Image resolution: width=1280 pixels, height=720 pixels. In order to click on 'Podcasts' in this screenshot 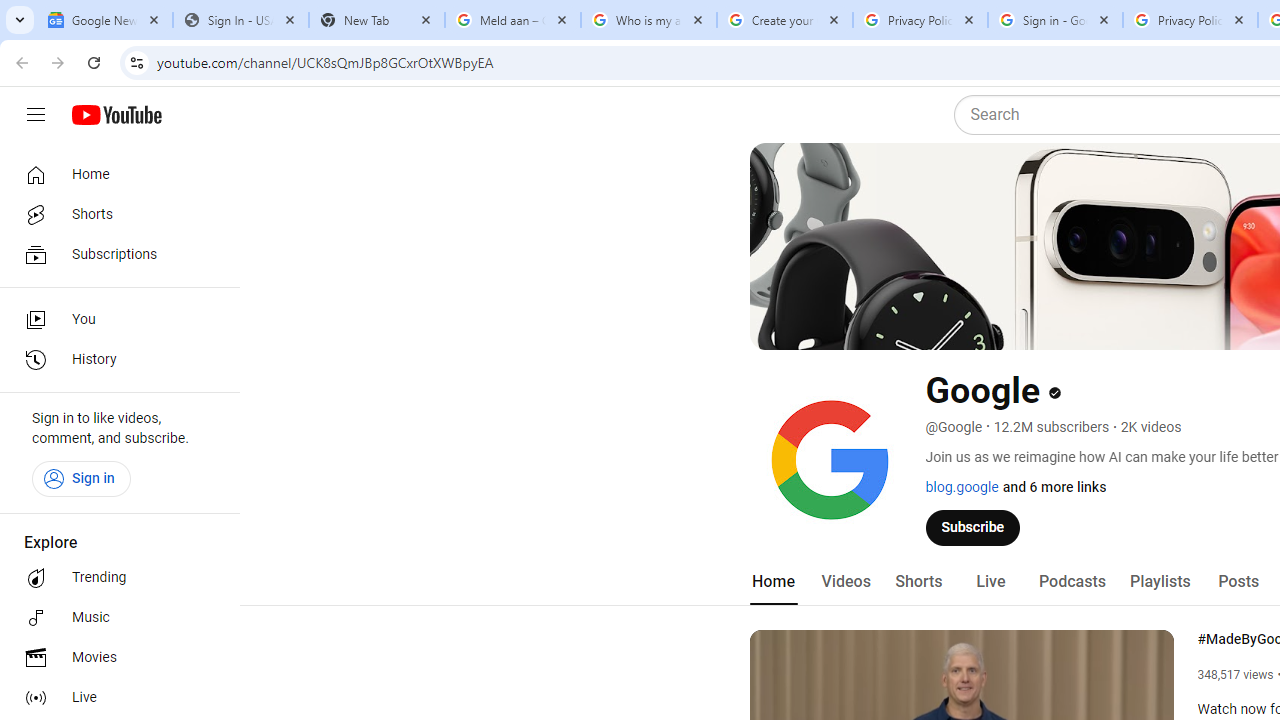, I will do `click(1071, 581)`.